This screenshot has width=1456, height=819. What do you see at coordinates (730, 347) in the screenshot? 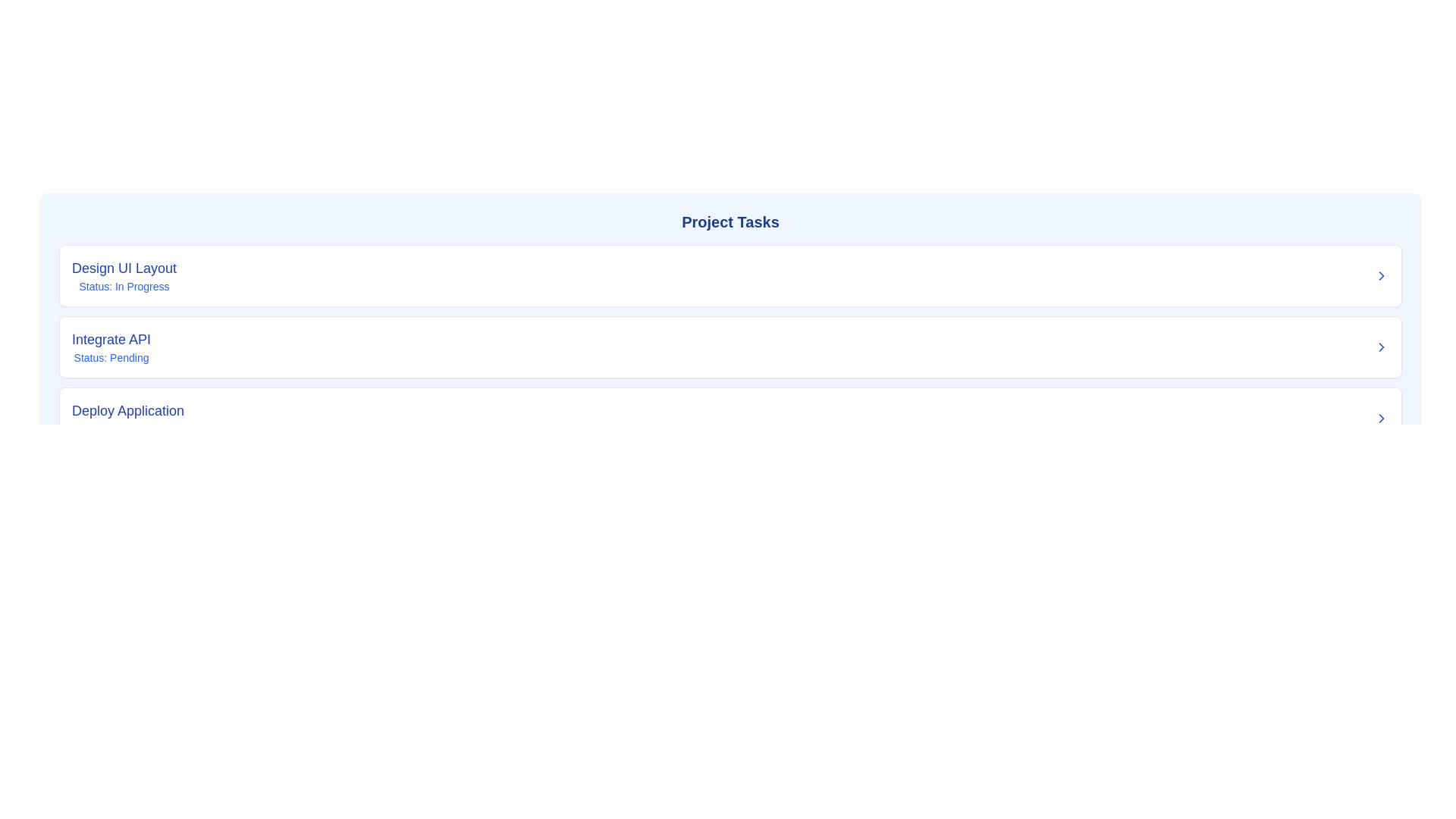
I see `the task item displaying 'Integrate API' with status 'Pending'` at bounding box center [730, 347].